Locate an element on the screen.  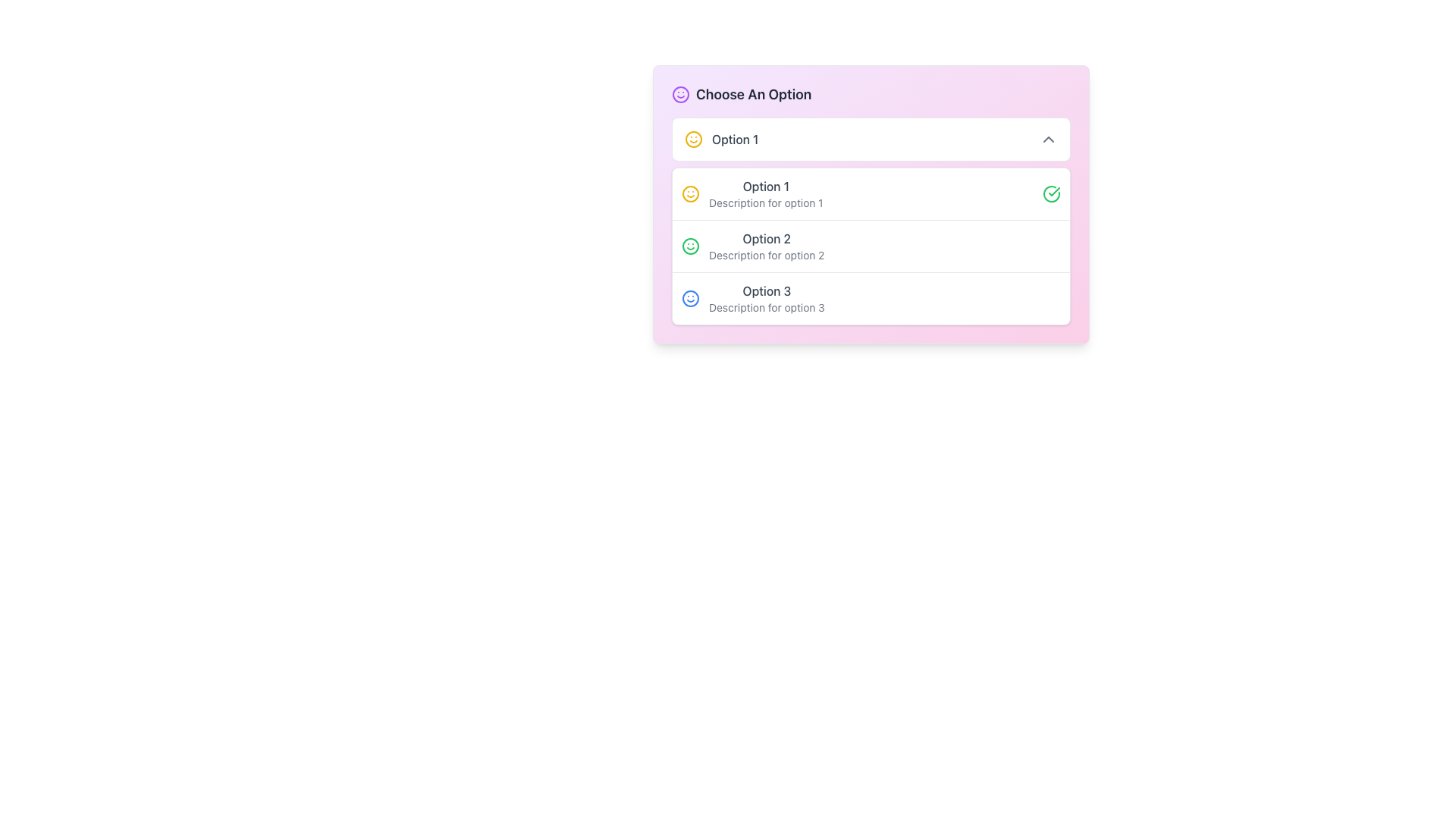
to select the list item labeled 'Option 2', which is the second item in a list of options, centrally positioned below the first option and above the third option is located at coordinates (767, 245).